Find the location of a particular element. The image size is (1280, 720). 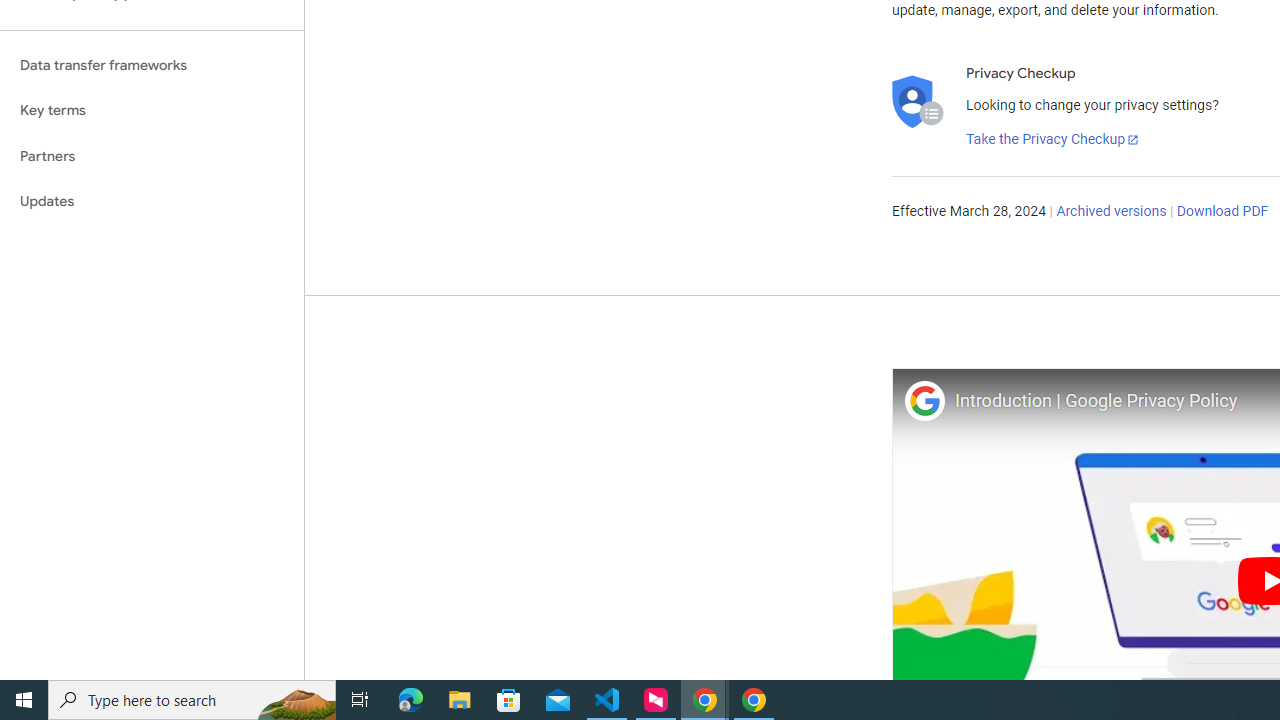

'Download PDF' is located at coordinates (1221, 212).